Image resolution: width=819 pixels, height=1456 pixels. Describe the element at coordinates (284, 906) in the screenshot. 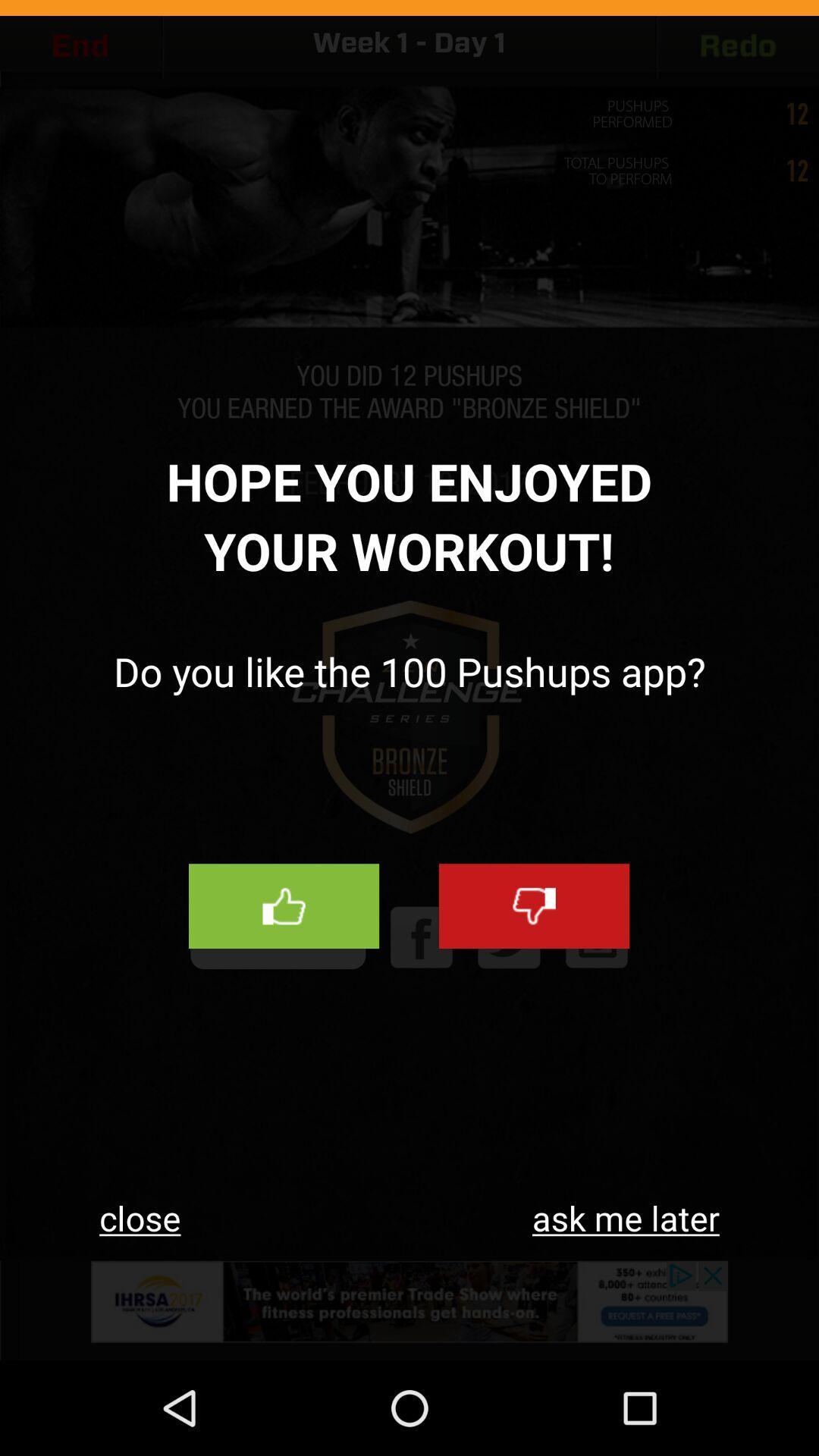

I see `like button` at that location.